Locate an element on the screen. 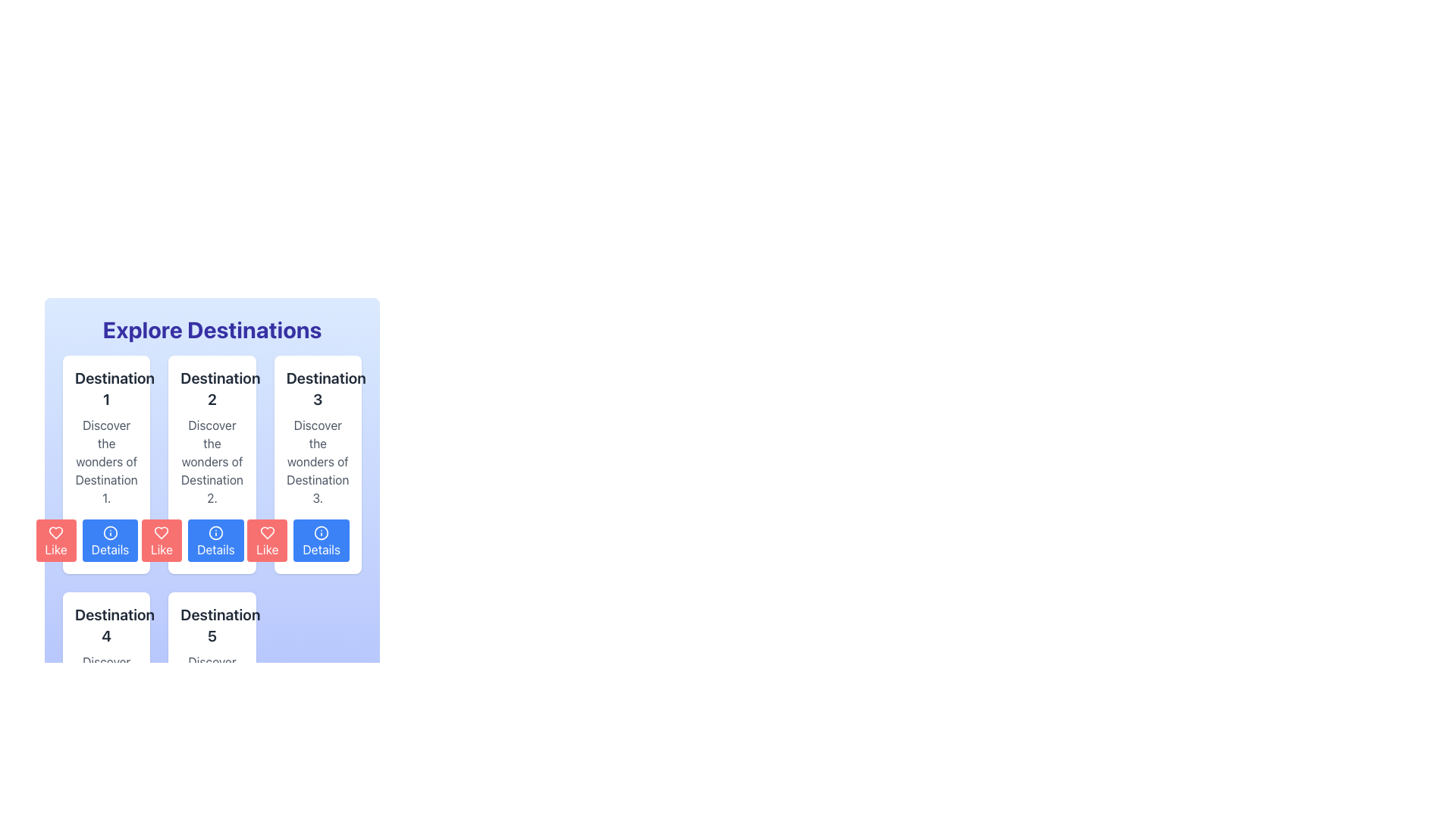  the descriptive text about 'Destination 1' located beneath the title within the first column of rectangular cards, positioned above the 'Like' and 'Details' buttons is located at coordinates (105, 461).